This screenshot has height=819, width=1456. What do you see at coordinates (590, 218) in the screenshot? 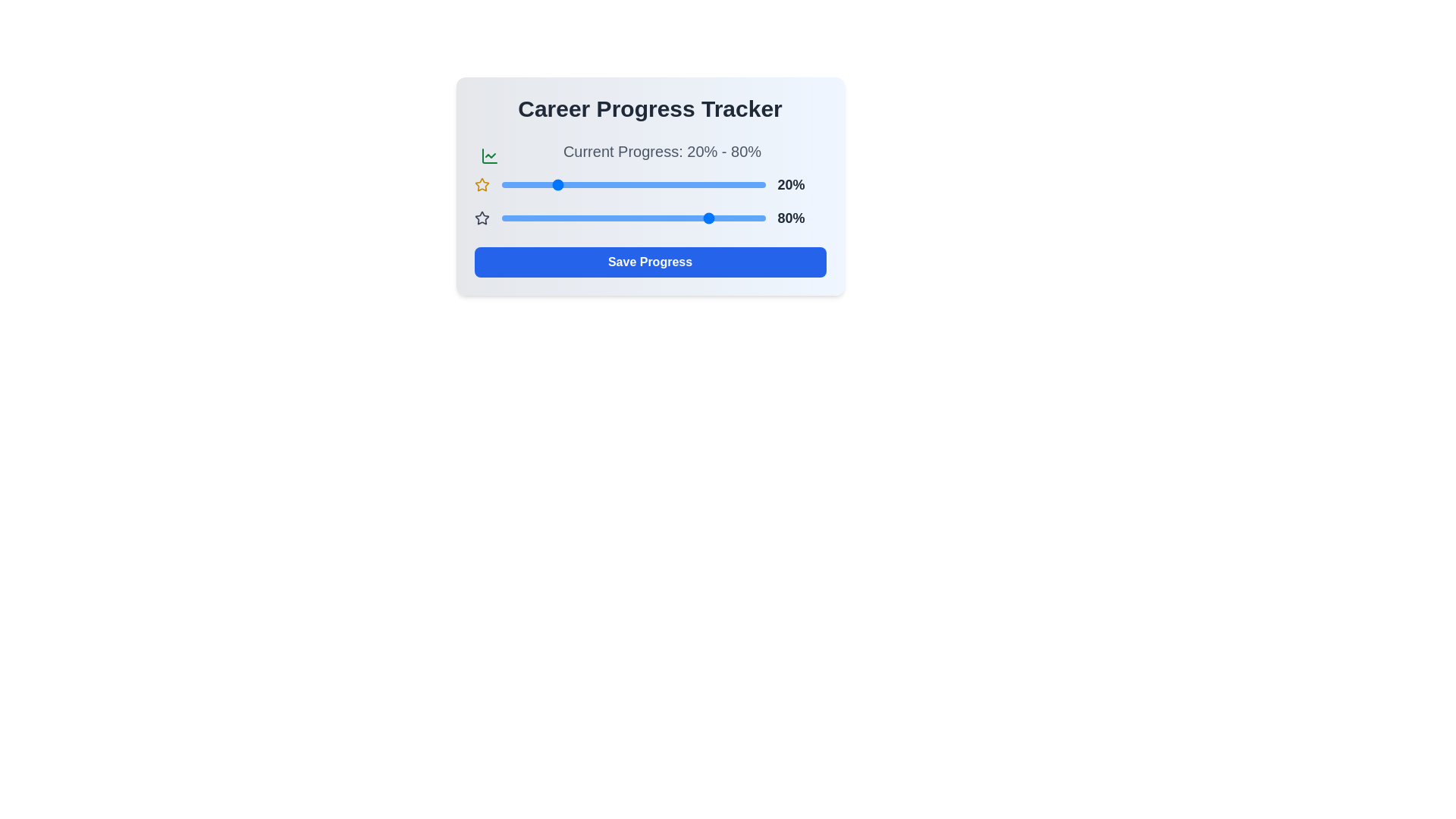
I see `the second progress slider to 34%` at bounding box center [590, 218].